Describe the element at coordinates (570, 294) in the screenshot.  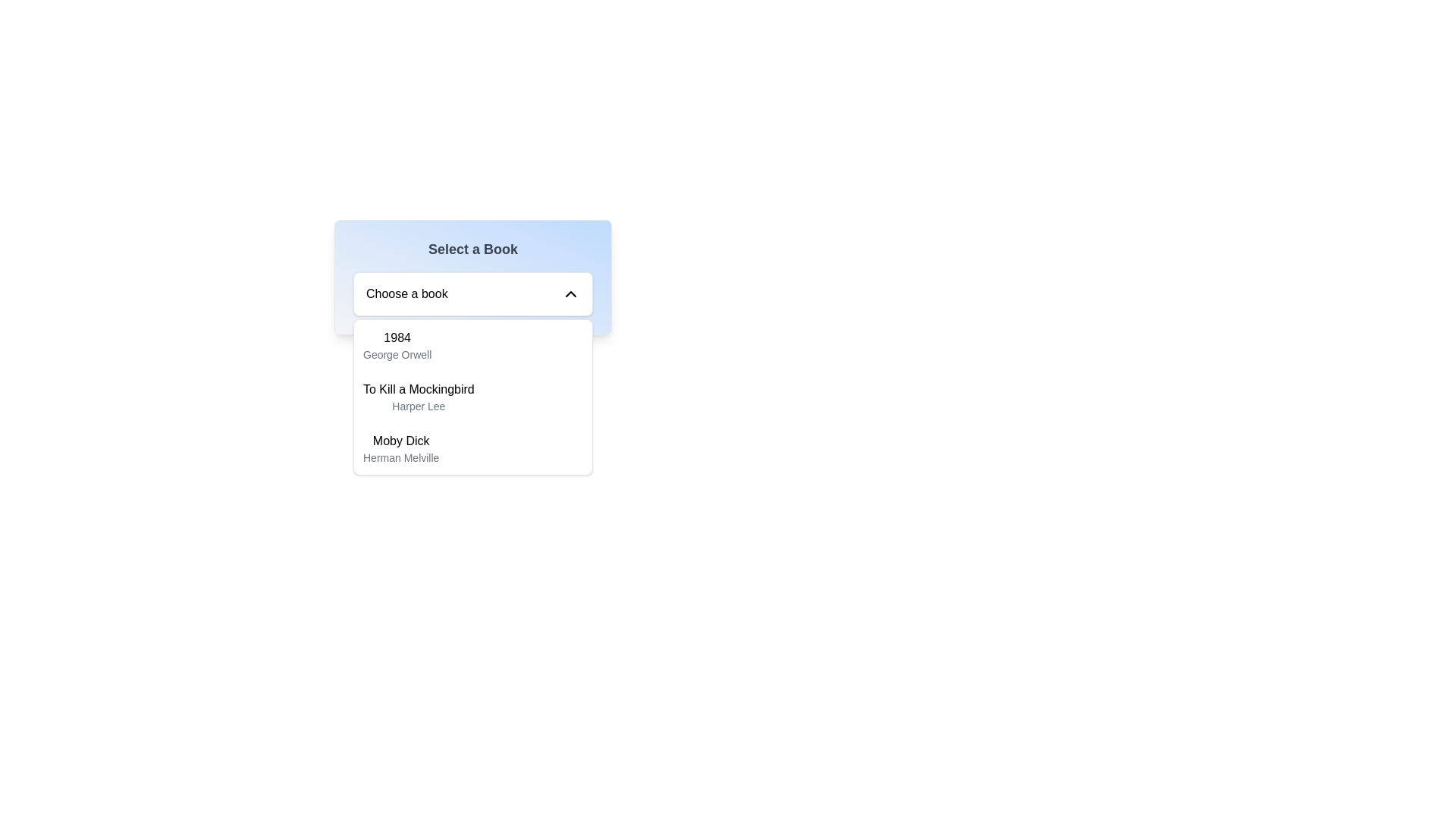
I see `the upward action icon located to the right of the 'Choose a book' dropdown menu` at that location.